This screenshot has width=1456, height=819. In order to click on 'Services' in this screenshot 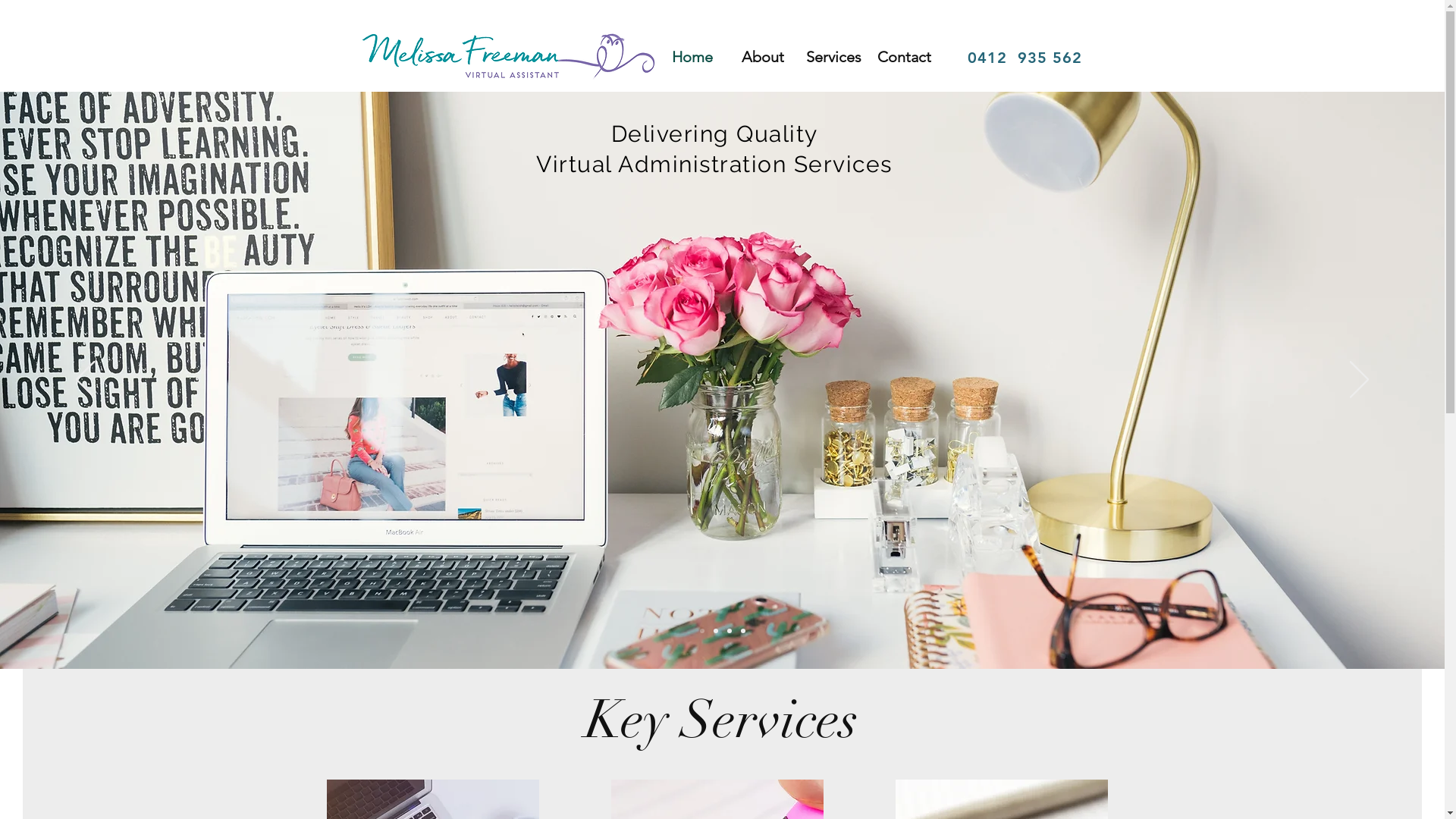, I will do `click(832, 56)`.